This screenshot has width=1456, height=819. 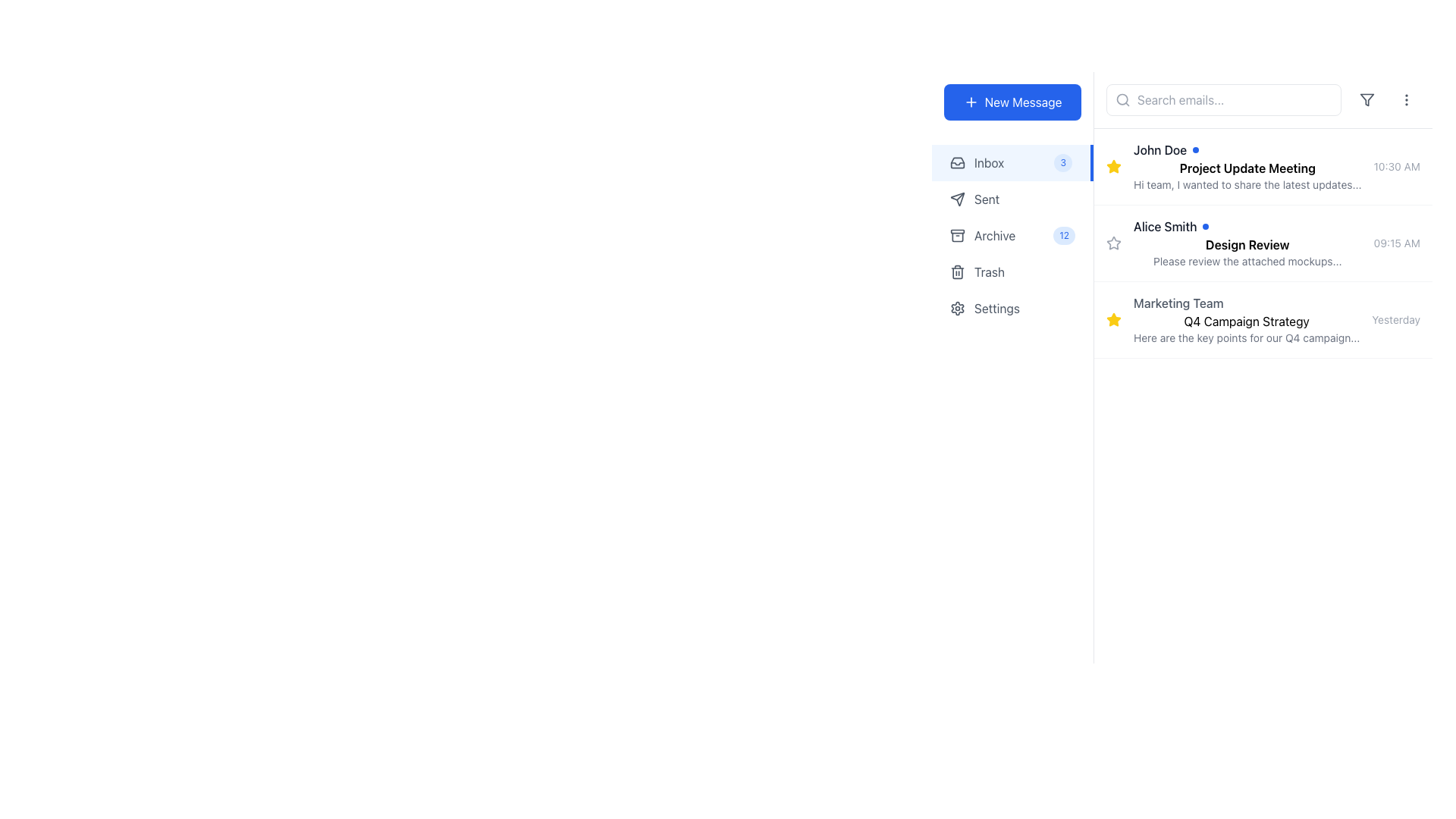 What do you see at coordinates (1405, 99) in the screenshot?
I see `the ellipsis button located in the top-most row of the right section, which is the last item in the row` at bounding box center [1405, 99].